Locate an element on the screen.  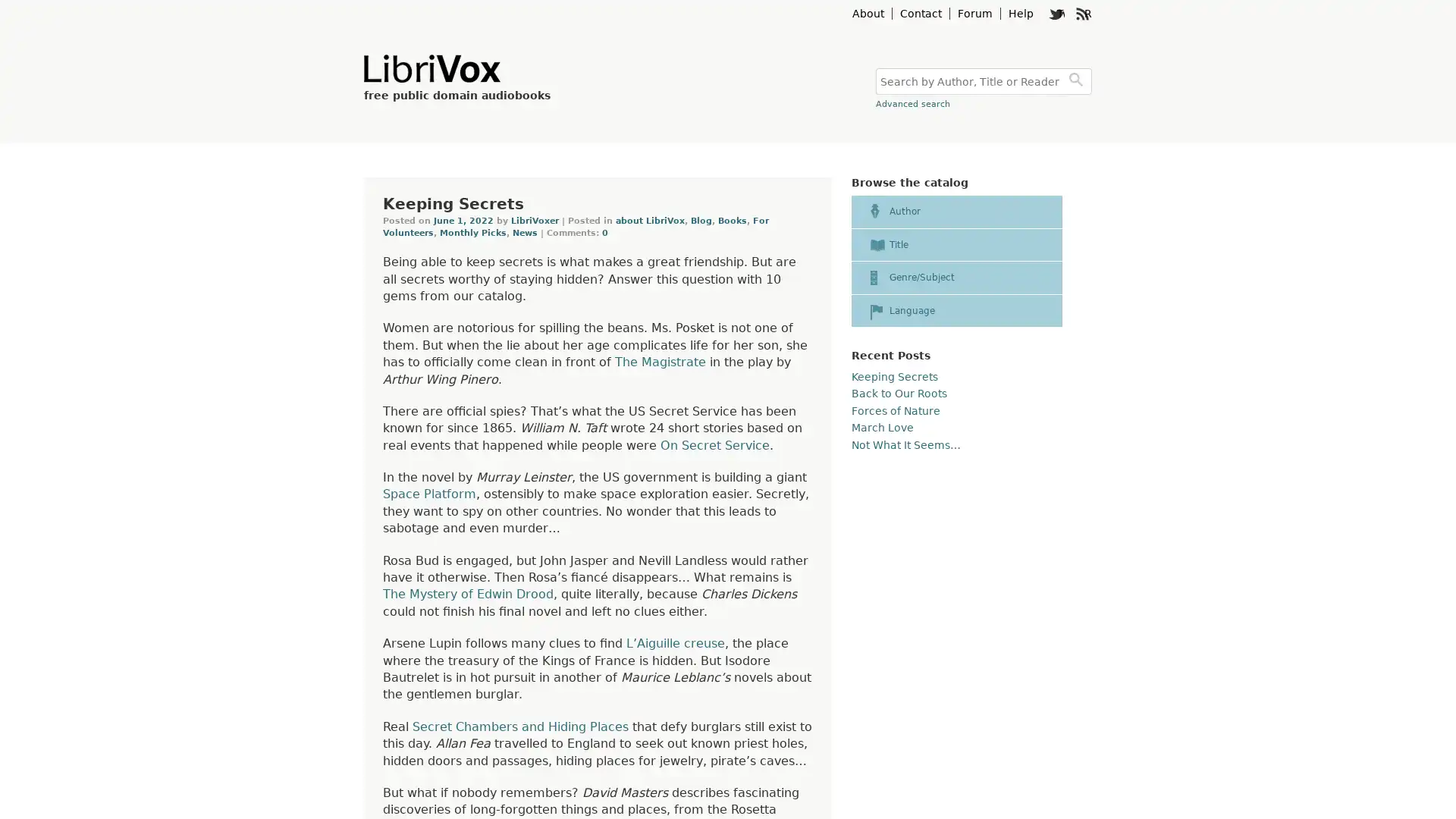
Search is located at coordinates (1078, 81).